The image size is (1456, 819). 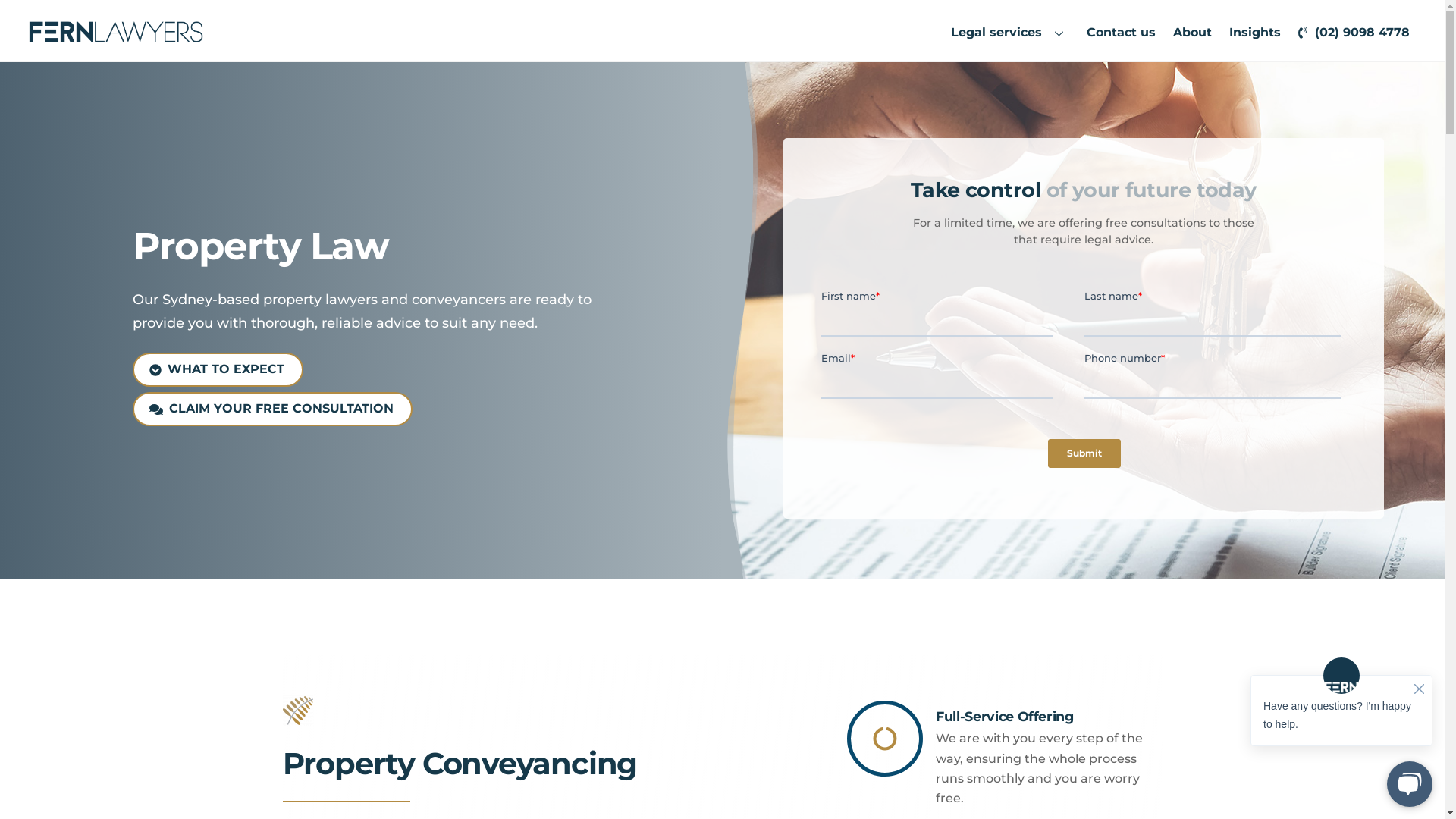 I want to click on 'Form 0', so click(x=1082, y=383).